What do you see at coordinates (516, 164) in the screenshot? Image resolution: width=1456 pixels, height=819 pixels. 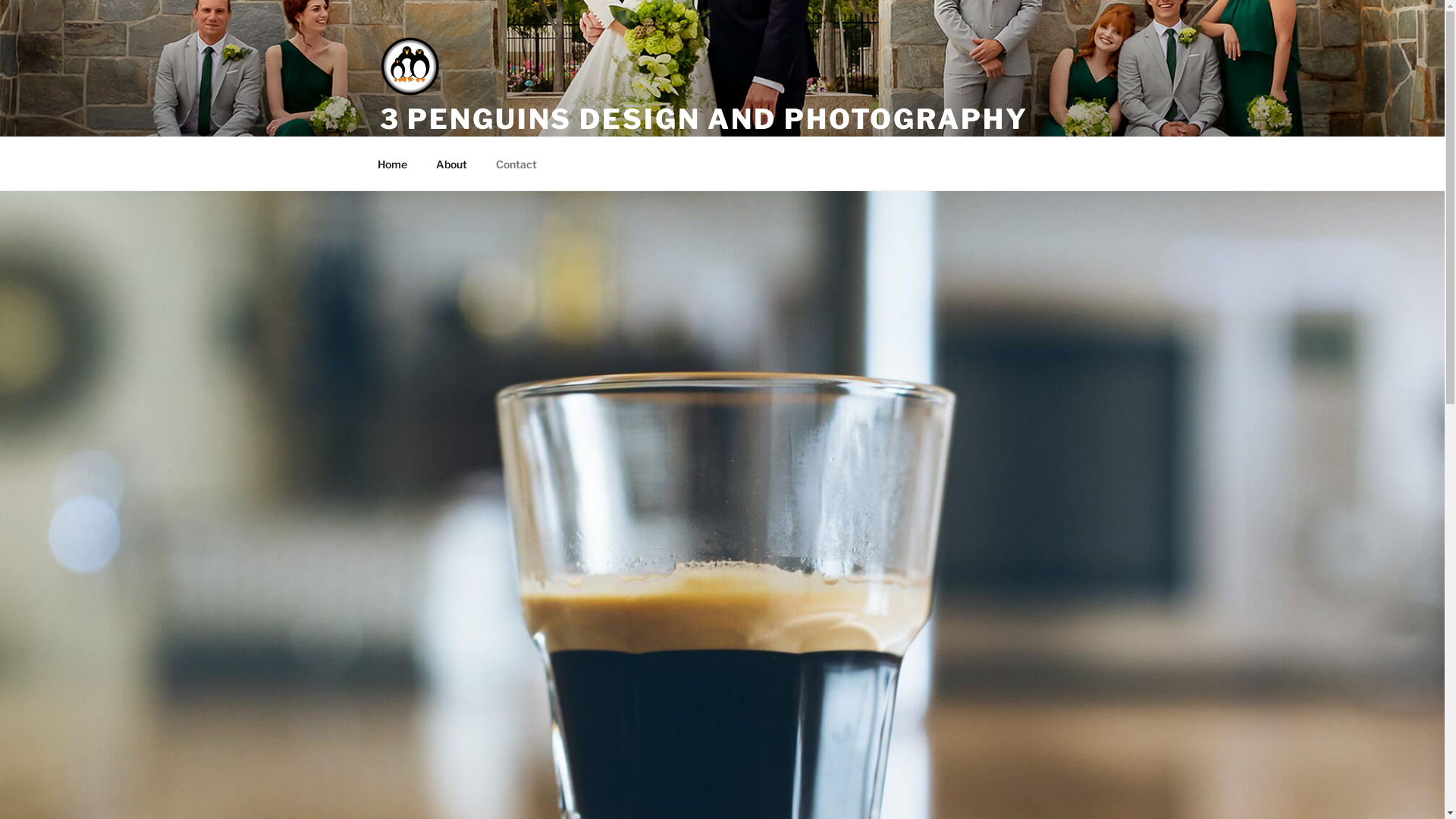 I see `'Contact'` at bounding box center [516, 164].